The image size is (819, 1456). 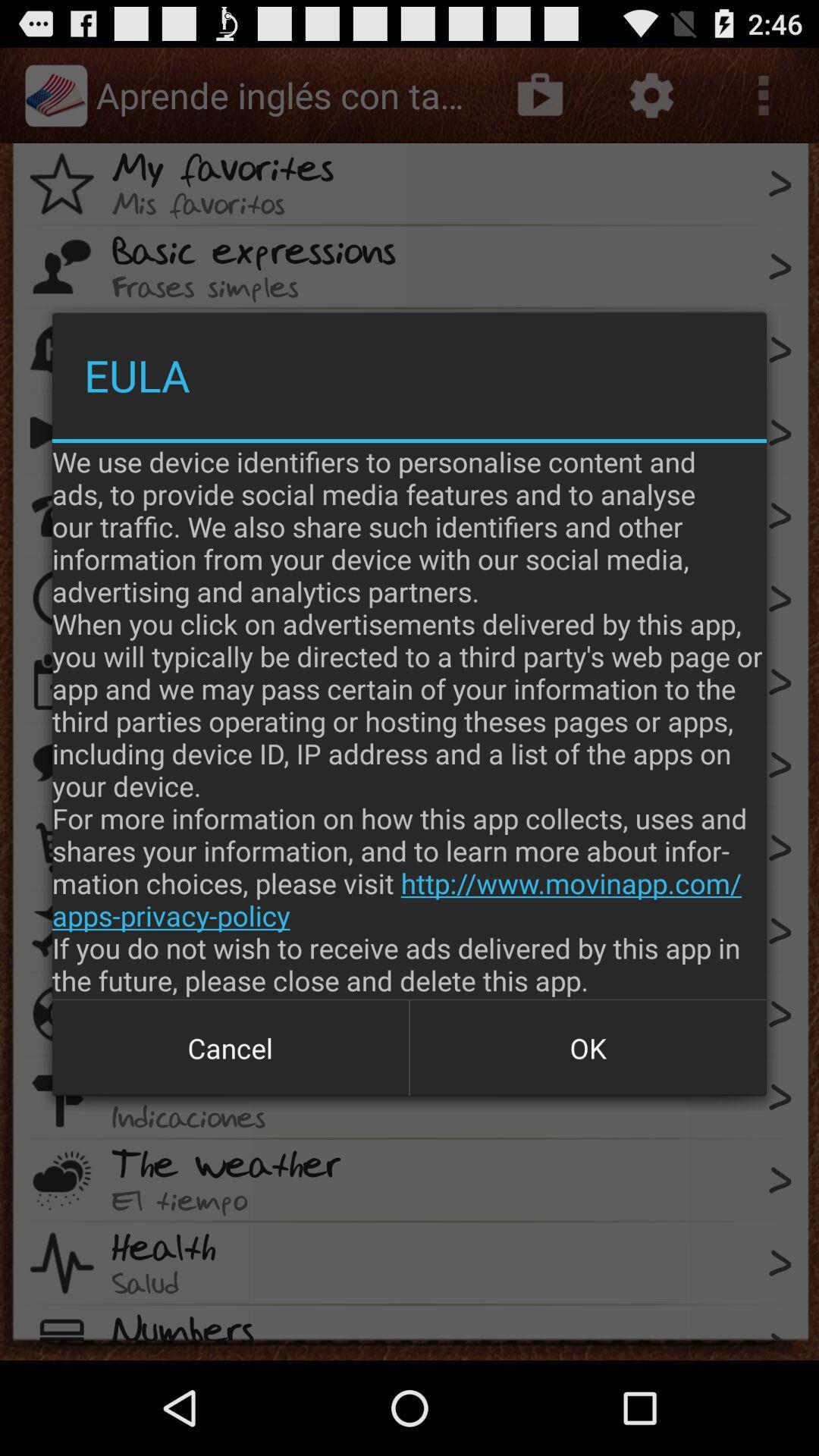 What do you see at coordinates (231, 1047) in the screenshot?
I see `the item next to ok icon` at bounding box center [231, 1047].